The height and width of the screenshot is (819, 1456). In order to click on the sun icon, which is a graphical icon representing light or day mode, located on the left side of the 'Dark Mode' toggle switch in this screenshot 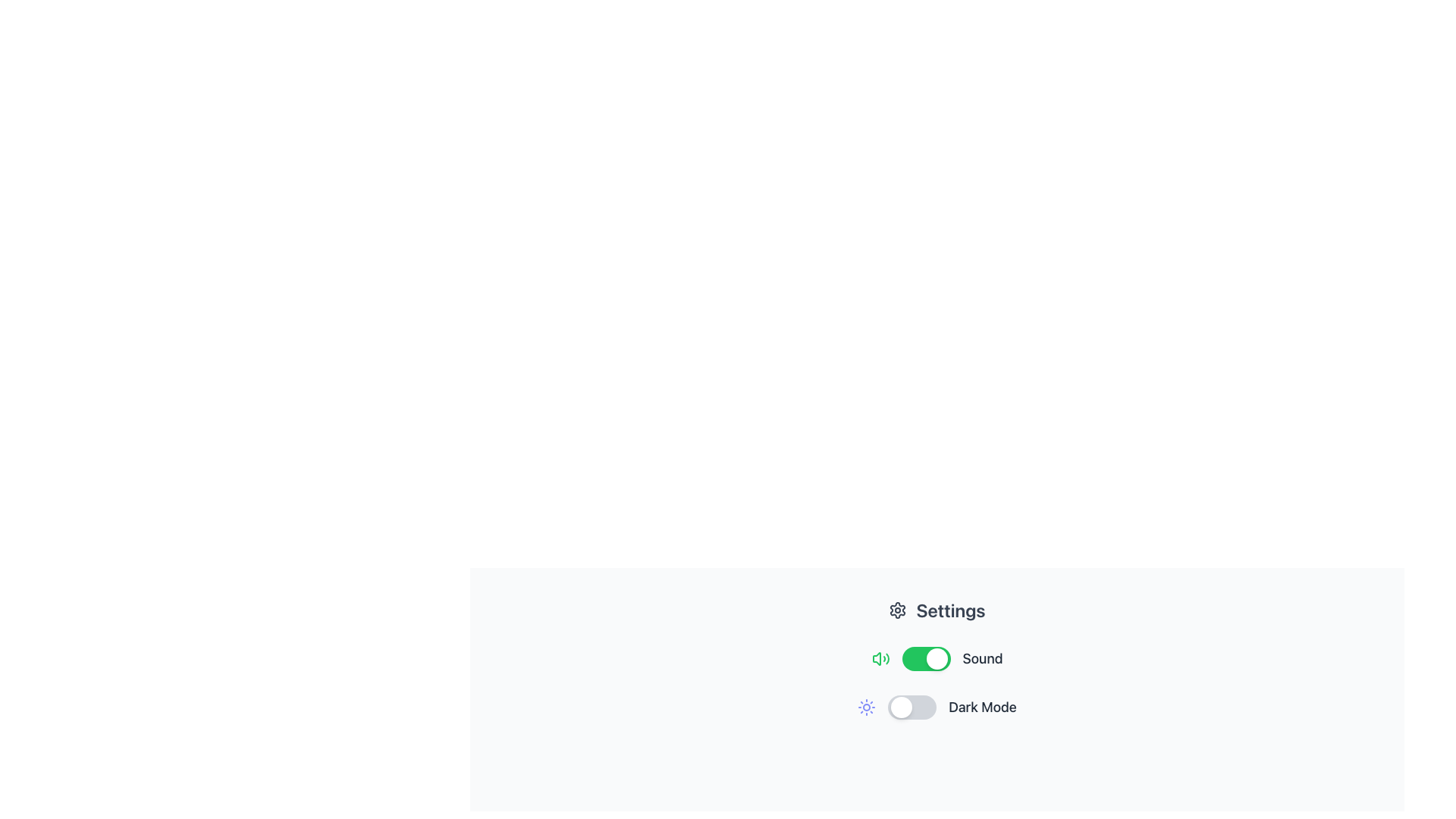, I will do `click(867, 708)`.